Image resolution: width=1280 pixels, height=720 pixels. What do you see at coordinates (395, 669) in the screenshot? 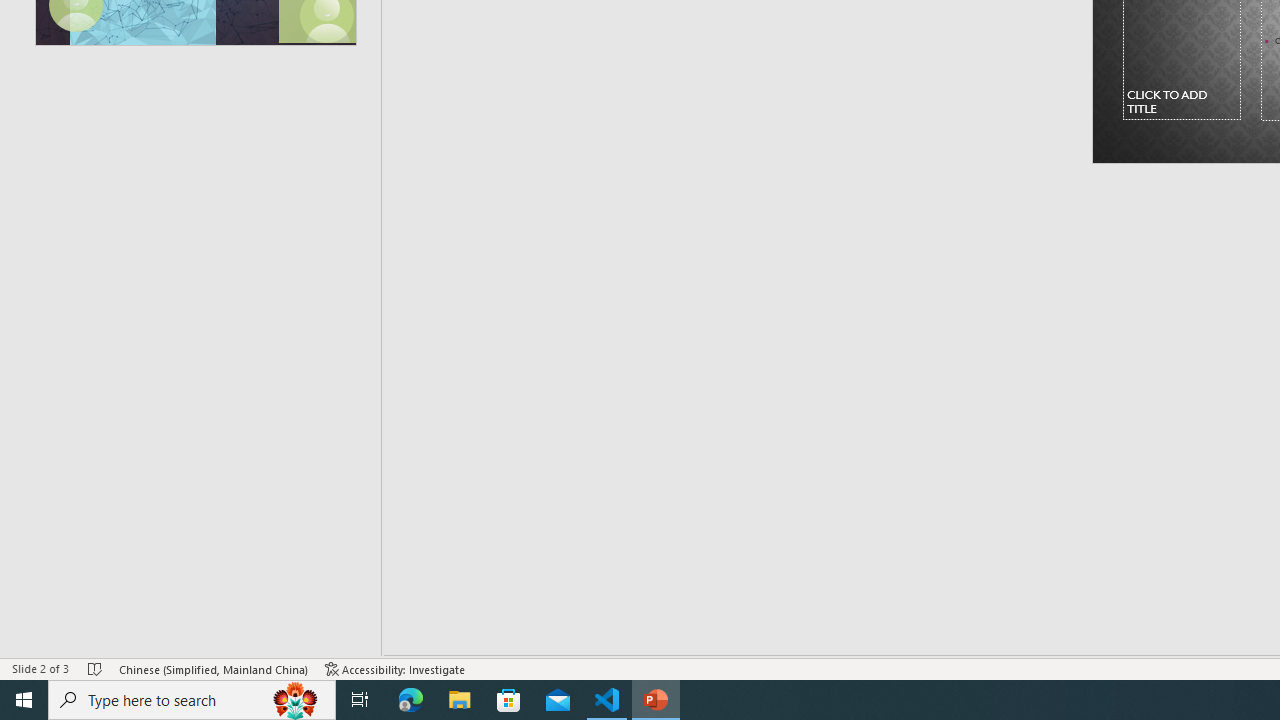
I see `'Accessibility Checker Accessibility: Investigate'` at bounding box center [395, 669].